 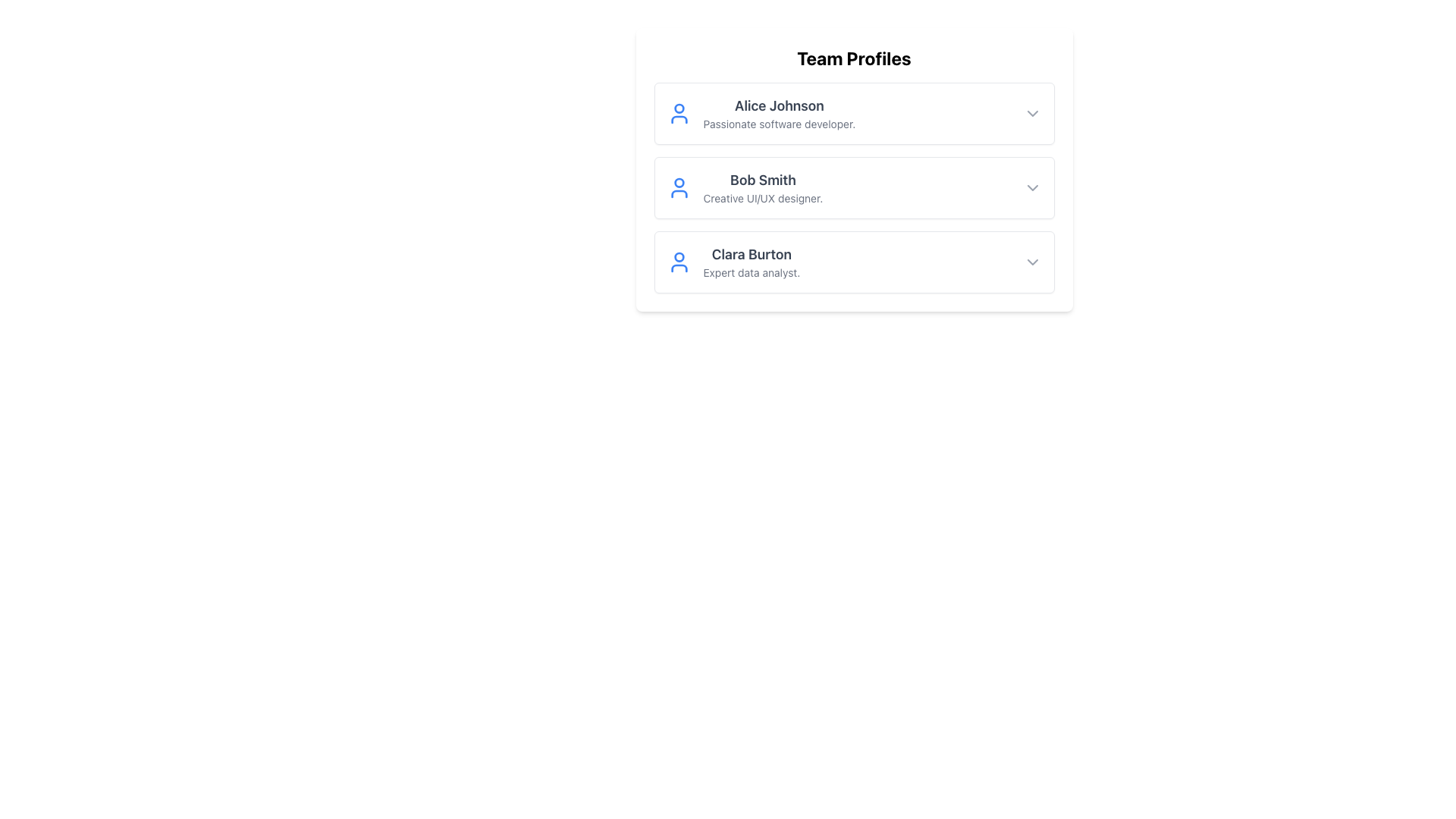 What do you see at coordinates (745, 187) in the screenshot?
I see `the user profile summary for the second profile in the 'Team Profiles' section, which includes the user's name, professional role description, and icon` at bounding box center [745, 187].